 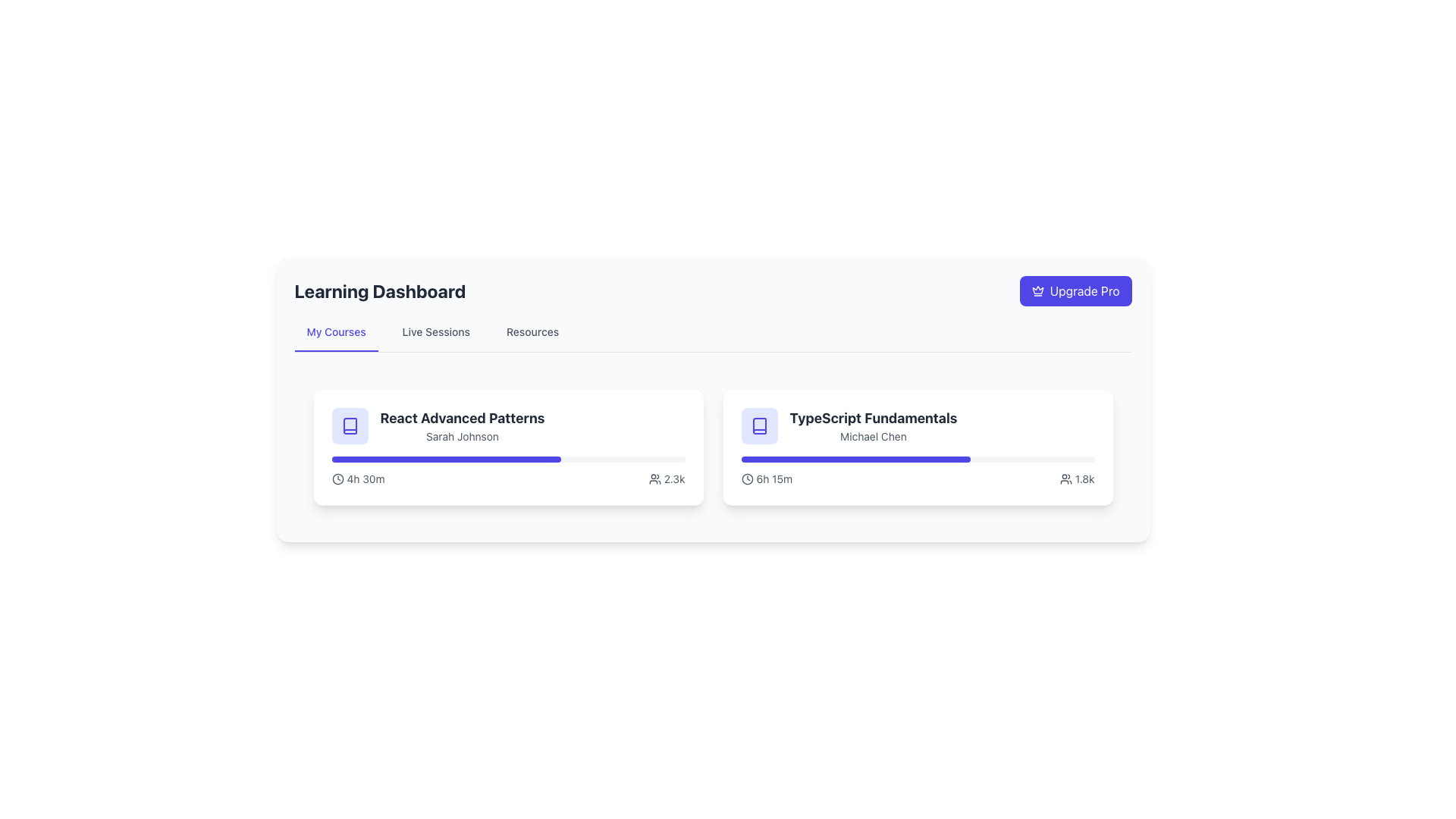 What do you see at coordinates (667, 479) in the screenshot?
I see `the icon and text label combination that shows '2.3k' next to a group of people icon within the statistics area of the 'React Advanced Patterns' card to possibly see a tooltip` at bounding box center [667, 479].